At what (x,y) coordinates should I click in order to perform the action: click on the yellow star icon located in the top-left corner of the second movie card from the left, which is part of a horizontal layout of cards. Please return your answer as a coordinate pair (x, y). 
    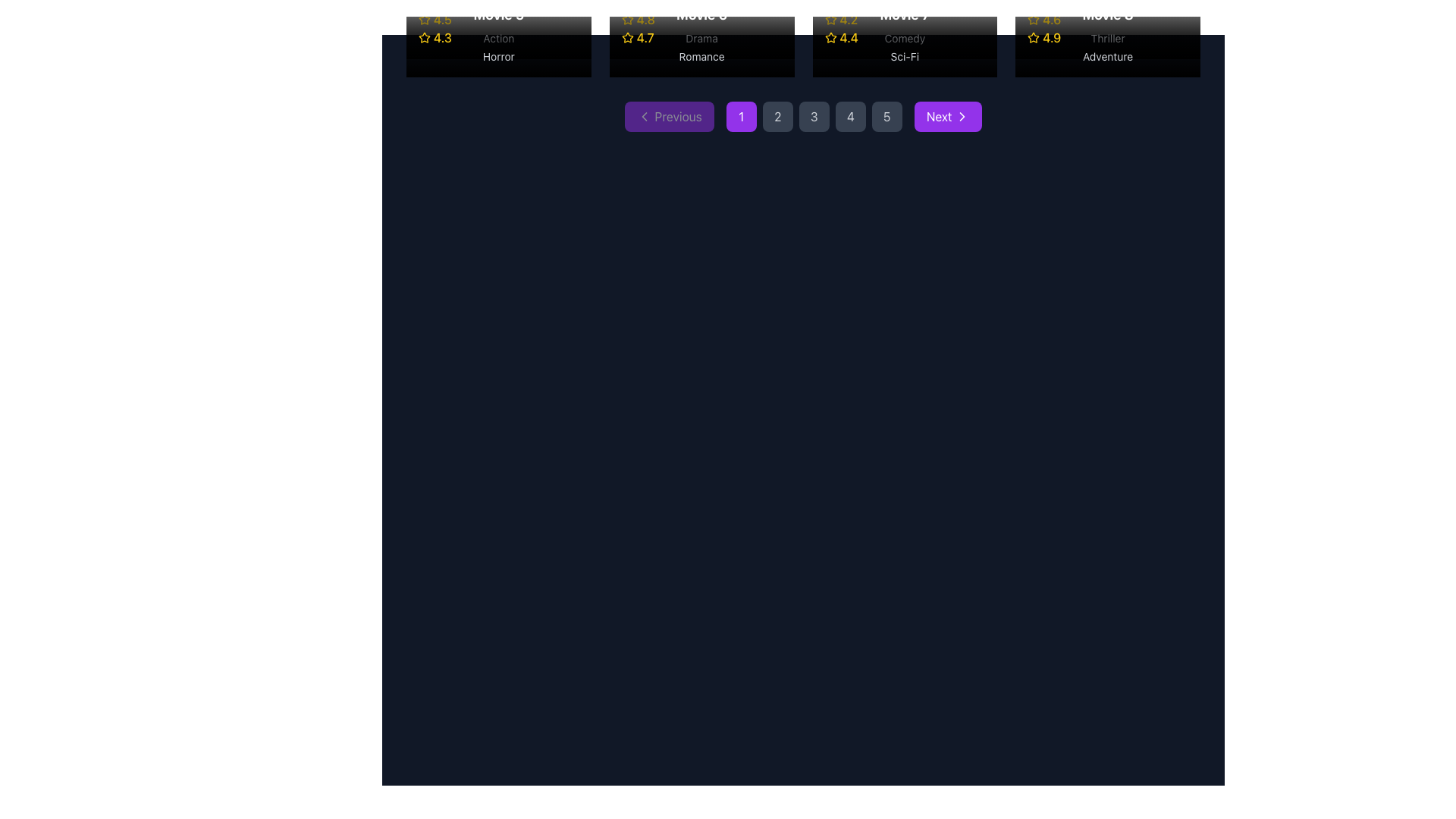
    Looking at the image, I should click on (627, 19).